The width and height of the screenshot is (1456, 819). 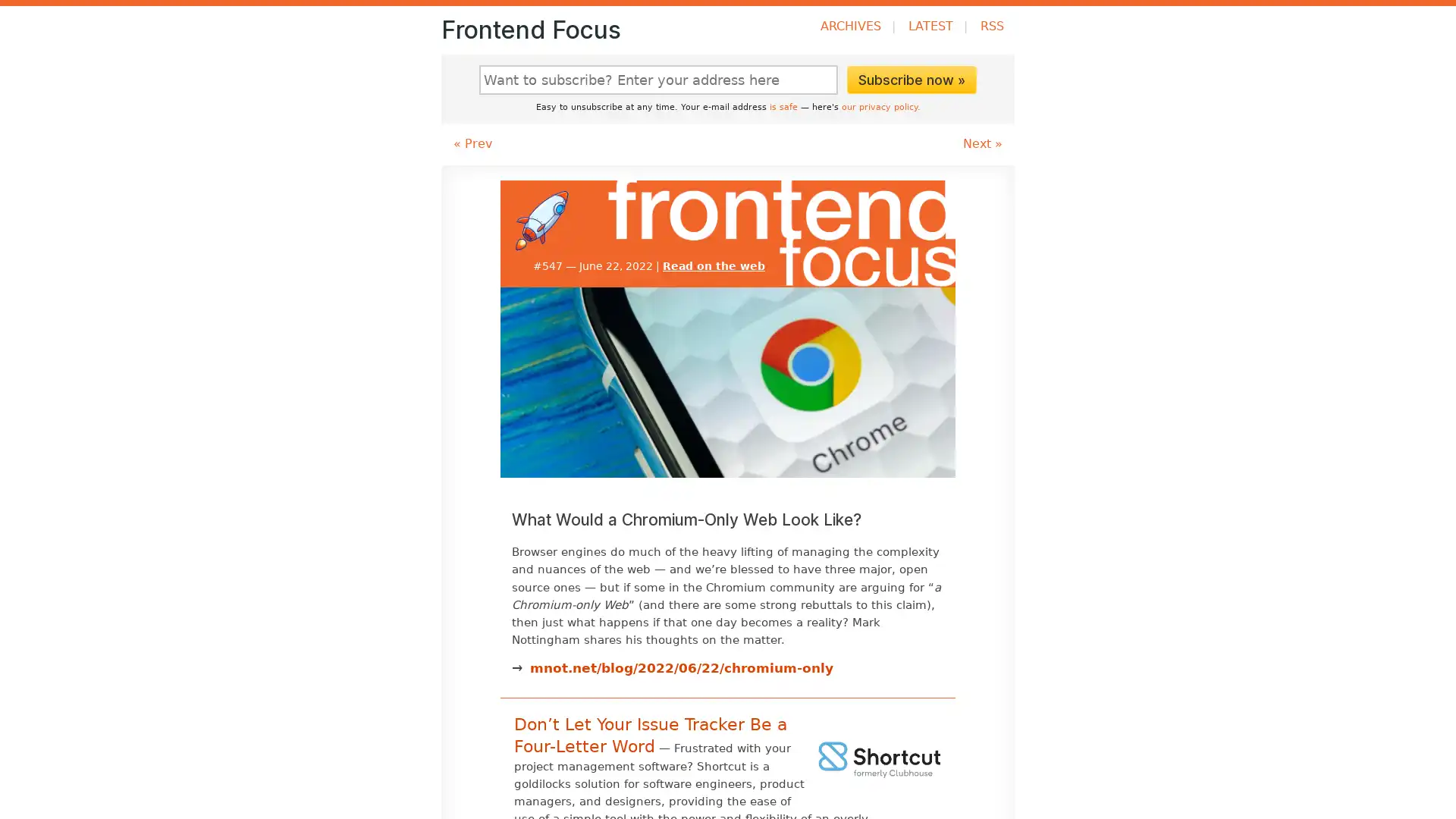 I want to click on Subscribe now, so click(x=911, y=80).